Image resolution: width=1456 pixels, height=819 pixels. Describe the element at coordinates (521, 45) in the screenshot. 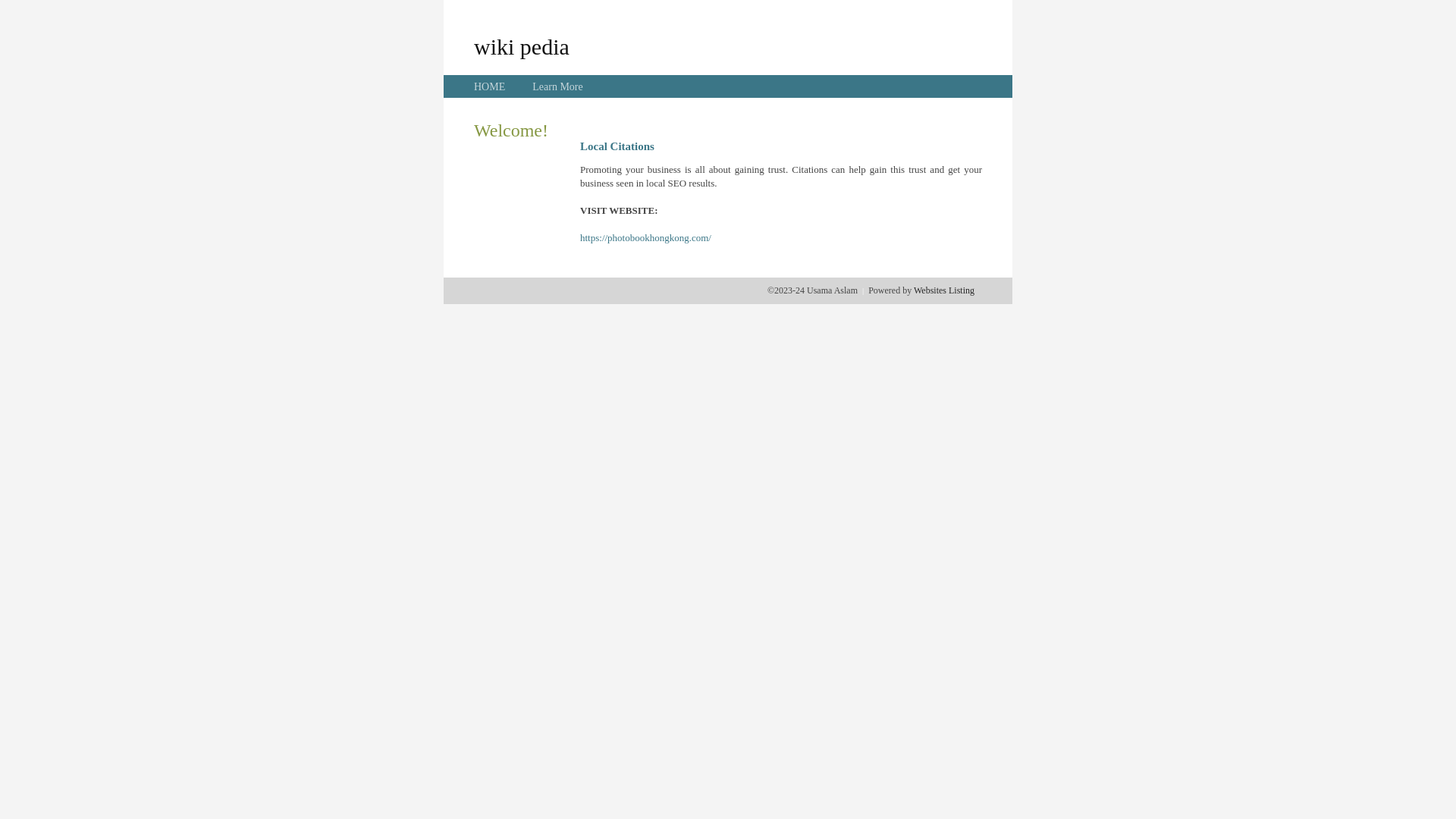

I see `'wiki pedia'` at that location.